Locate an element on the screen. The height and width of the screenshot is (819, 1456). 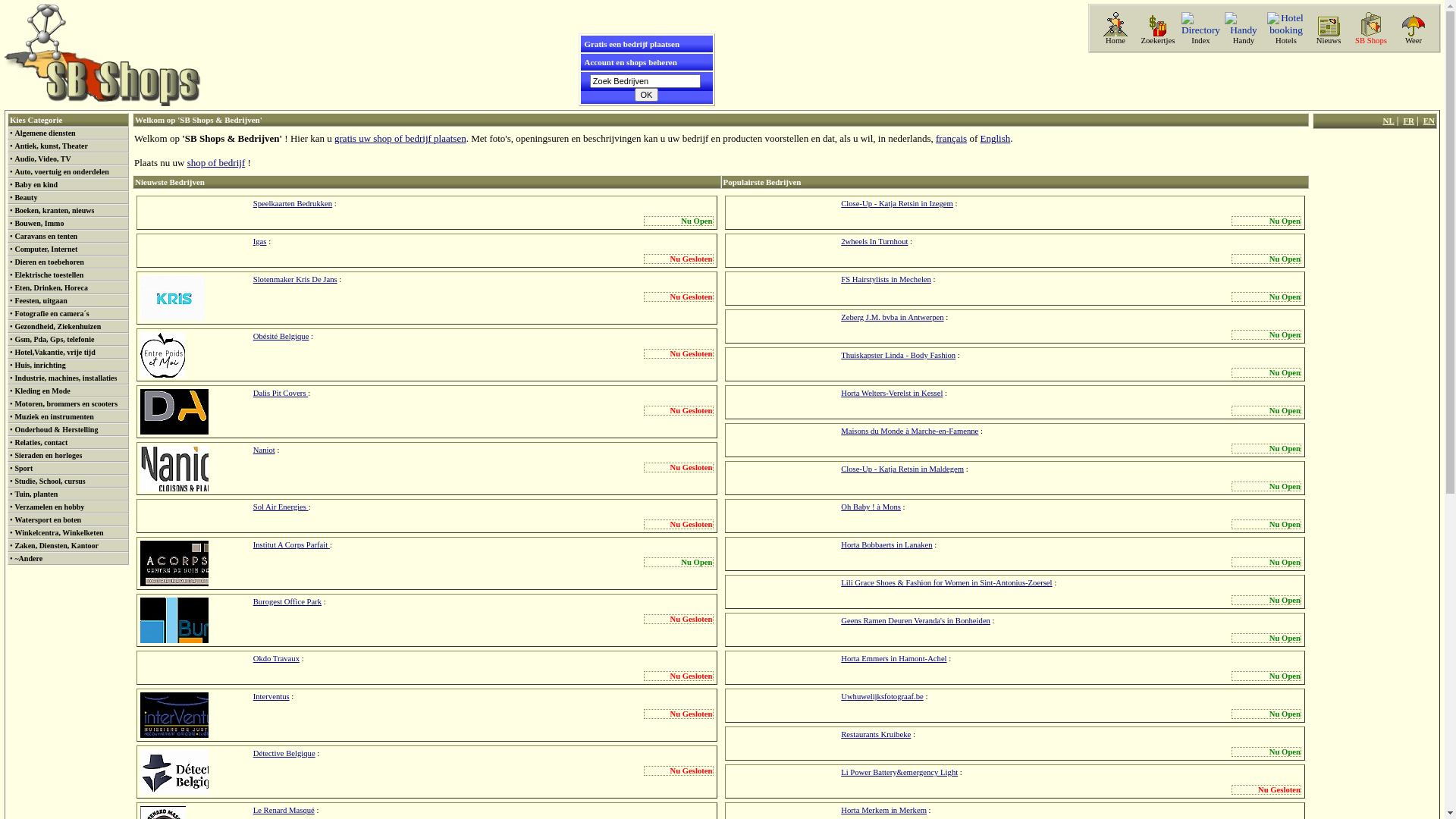
'Zeberg J.M. bvba in Antwerpen' is located at coordinates (892, 316).